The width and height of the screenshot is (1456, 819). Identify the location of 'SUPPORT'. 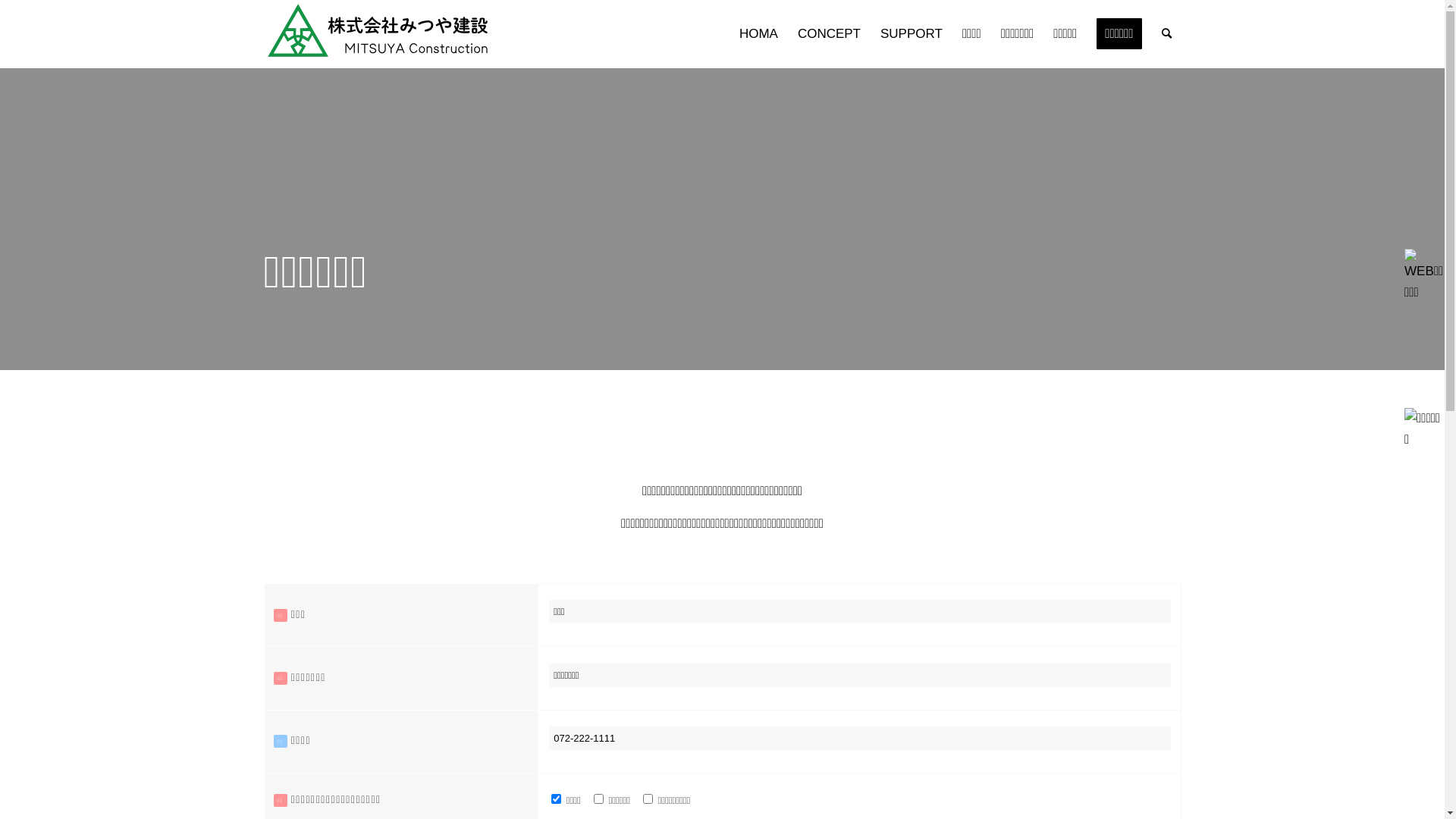
(910, 34).